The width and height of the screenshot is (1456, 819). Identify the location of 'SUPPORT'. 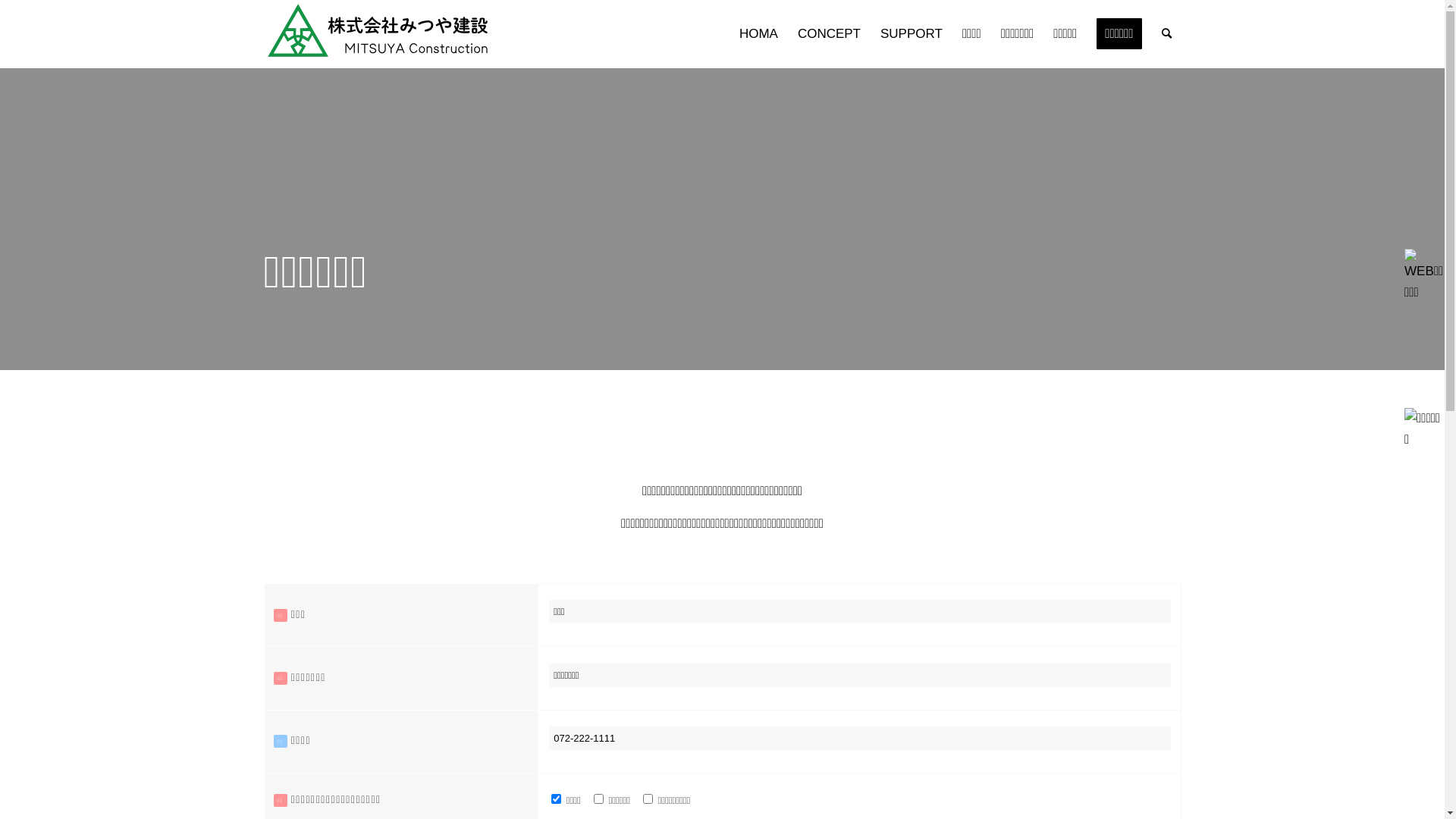
(910, 34).